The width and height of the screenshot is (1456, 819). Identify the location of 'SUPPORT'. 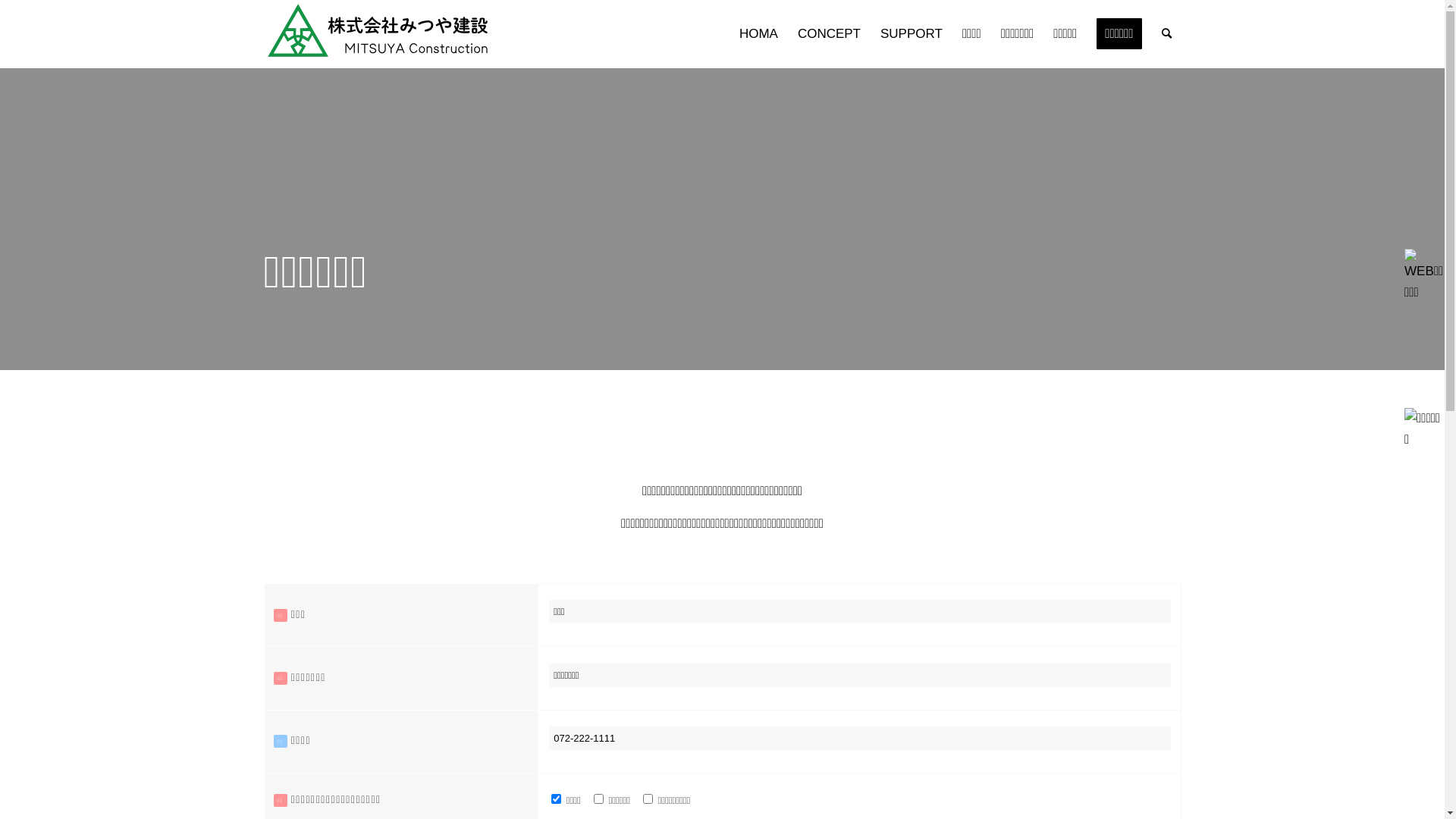
(910, 34).